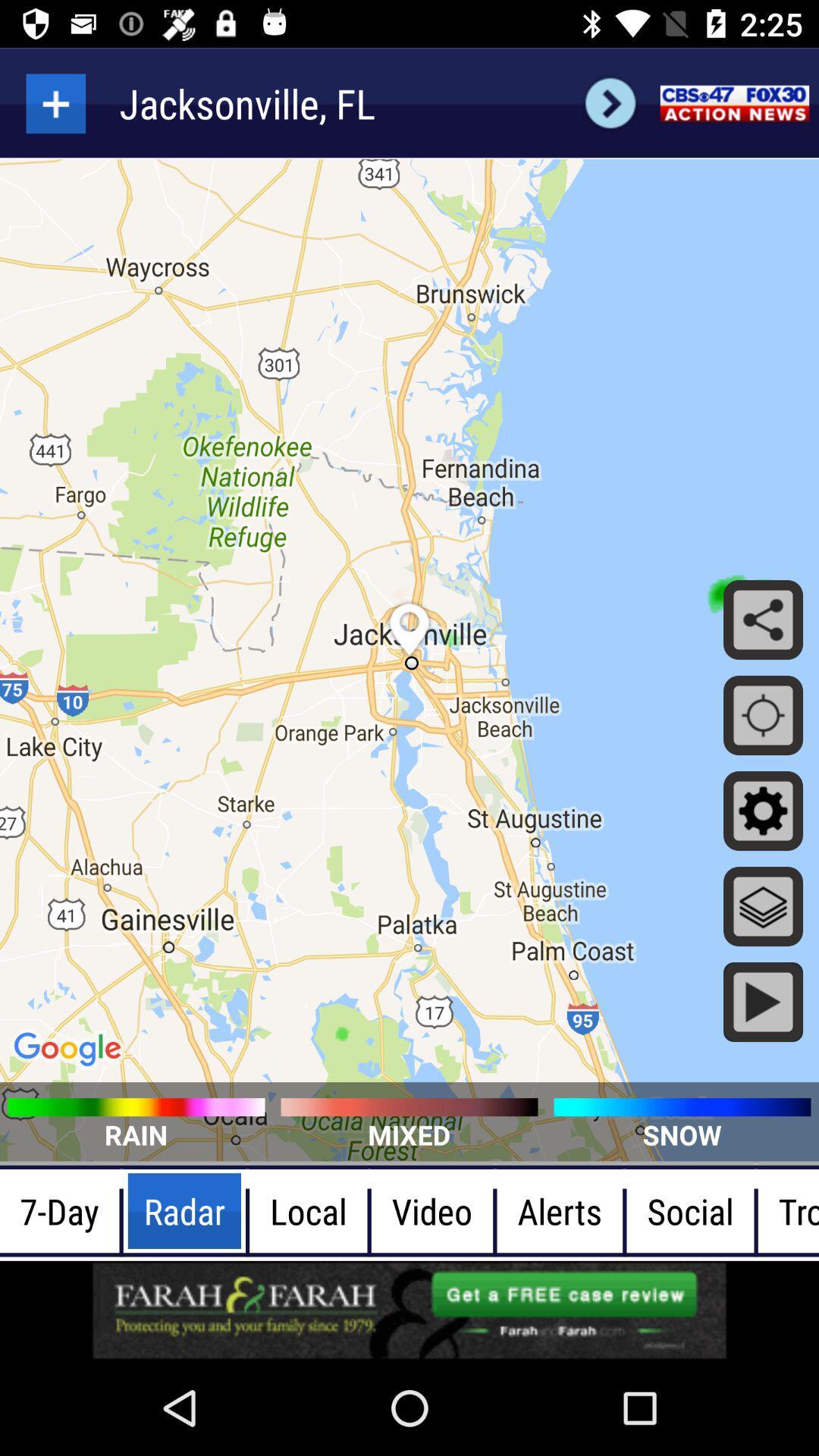 This screenshot has width=819, height=1456. I want to click on the add icon, so click(55, 102).